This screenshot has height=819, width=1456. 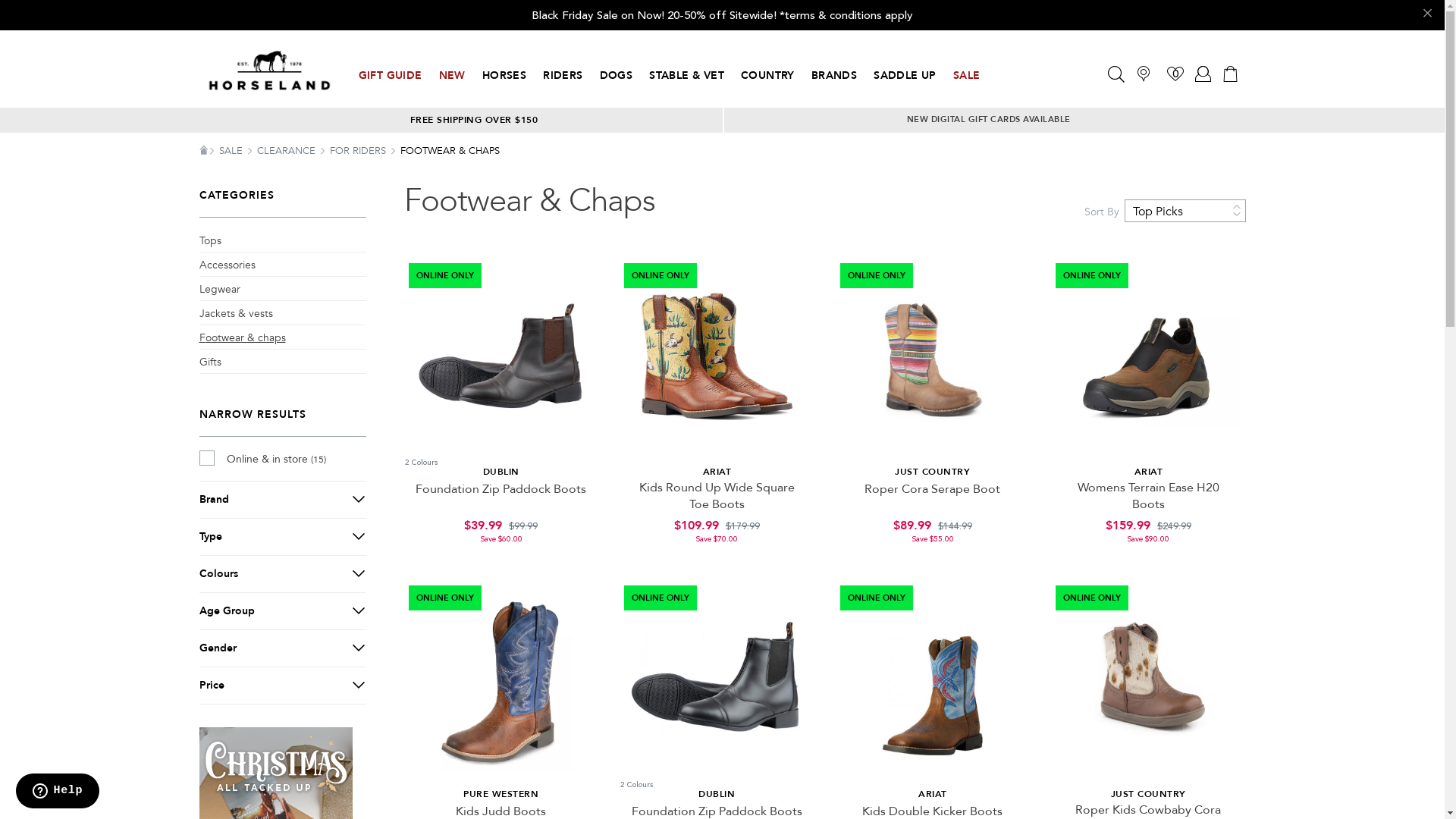 What do you see at coordinates (281, 711) in the screenshot?
I see `'$20 - $40'` at bounding box center [281, 711].